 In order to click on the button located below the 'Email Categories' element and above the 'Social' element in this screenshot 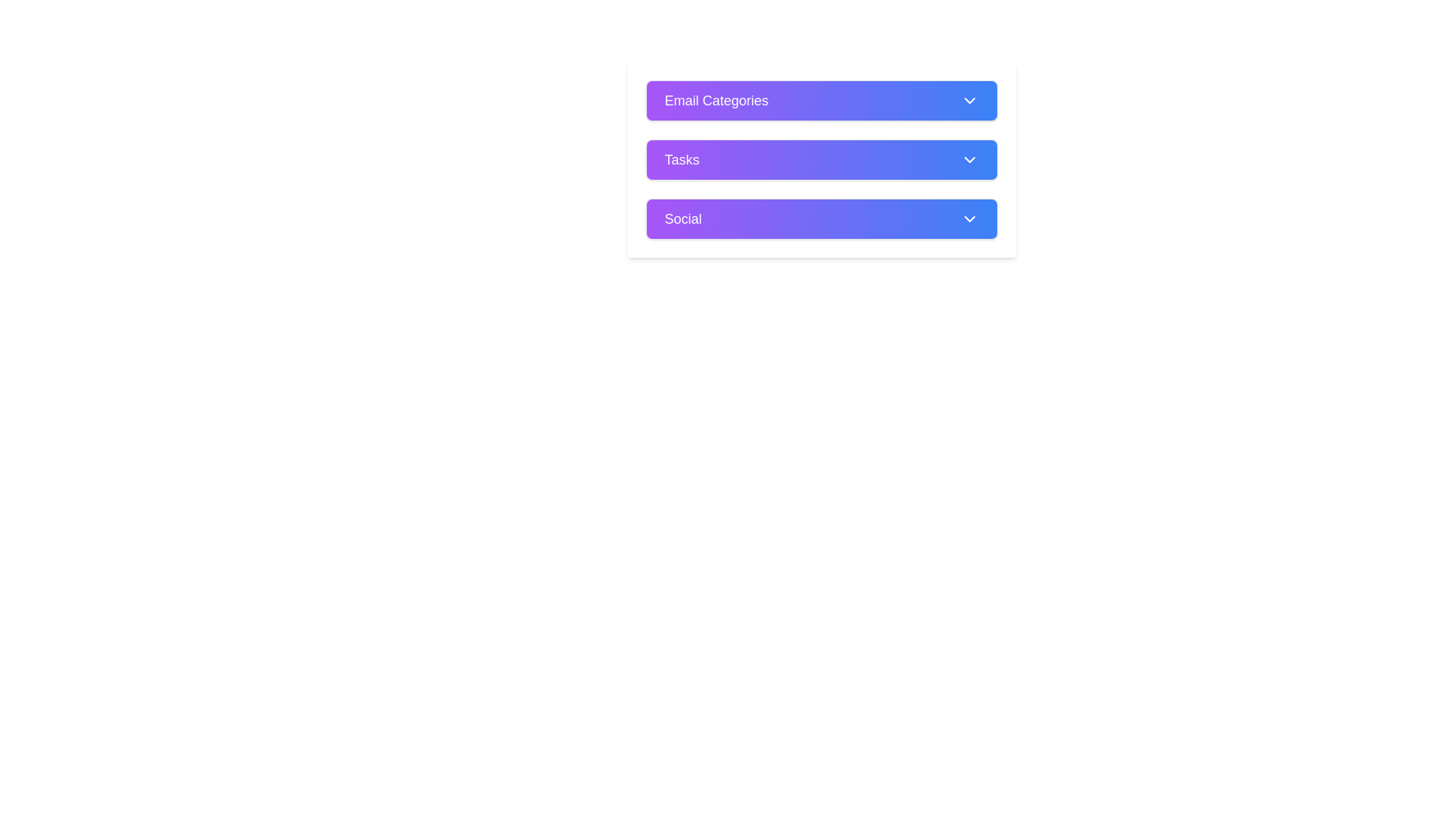, I will do `click(821, 160)`.